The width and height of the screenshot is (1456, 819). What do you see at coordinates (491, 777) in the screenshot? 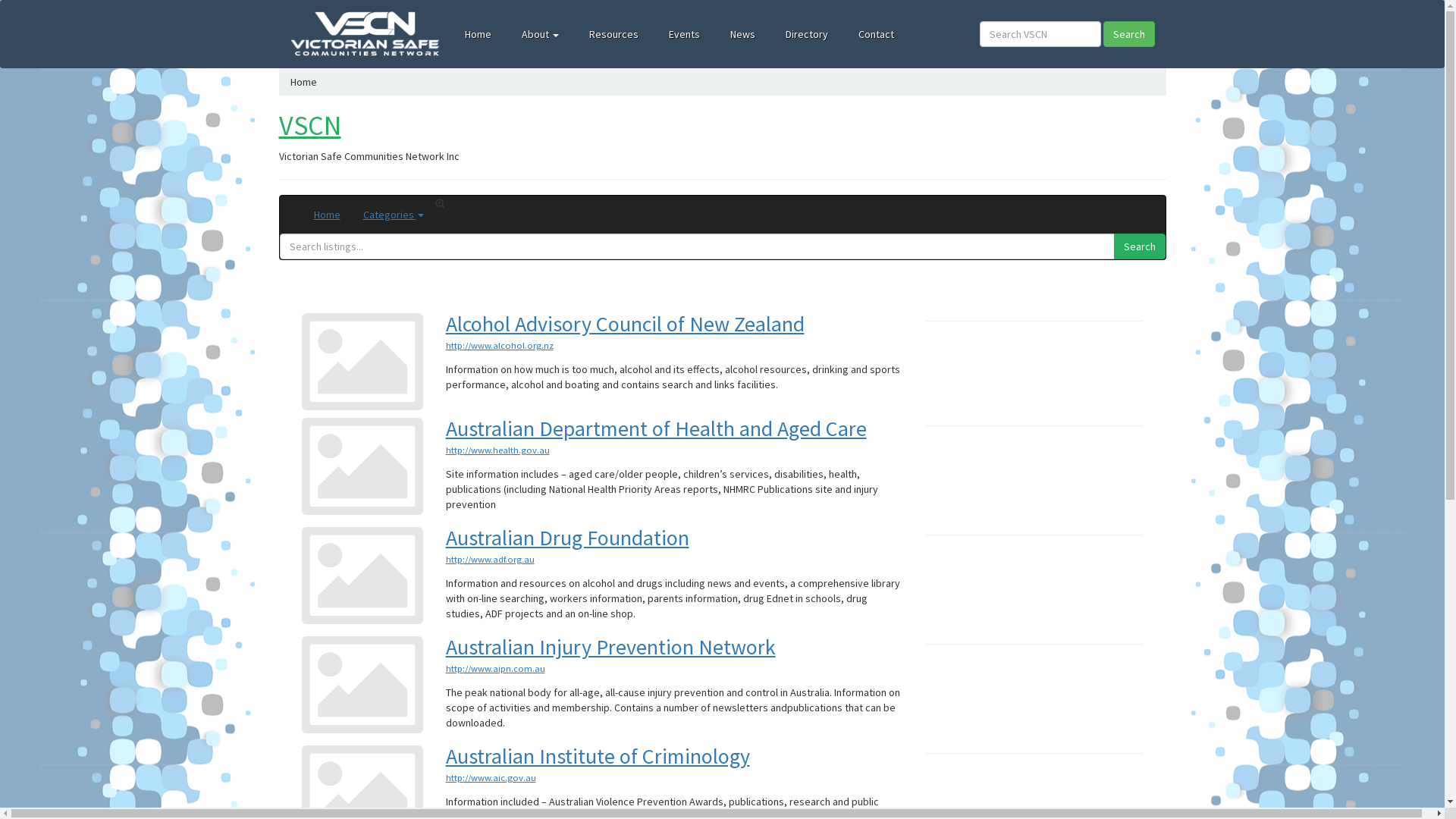
I see `'http://www.aic.gov.au'` at bounding box center [491, 777].